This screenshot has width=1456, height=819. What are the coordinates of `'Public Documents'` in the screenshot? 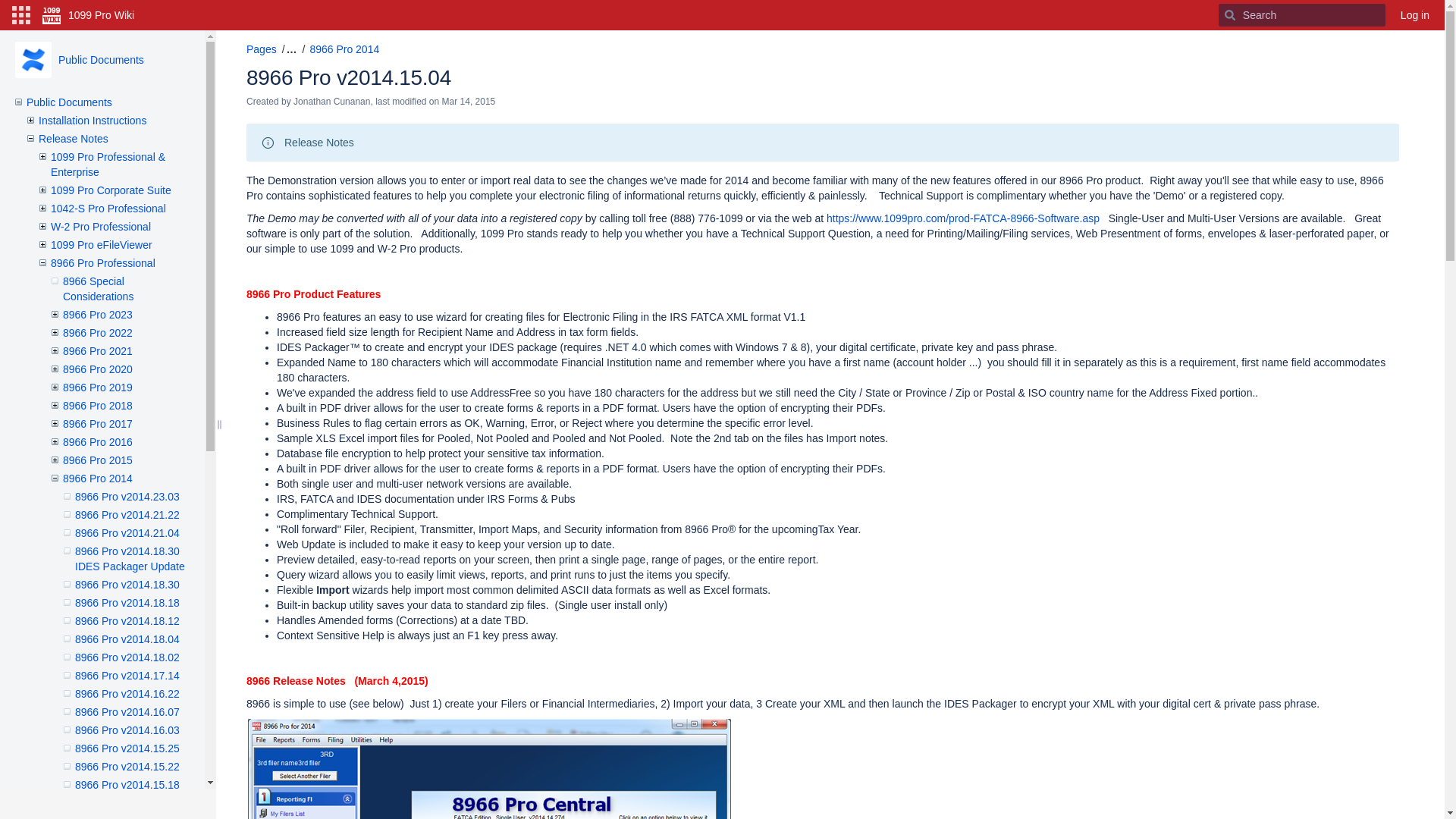 It's located at (68, 102).